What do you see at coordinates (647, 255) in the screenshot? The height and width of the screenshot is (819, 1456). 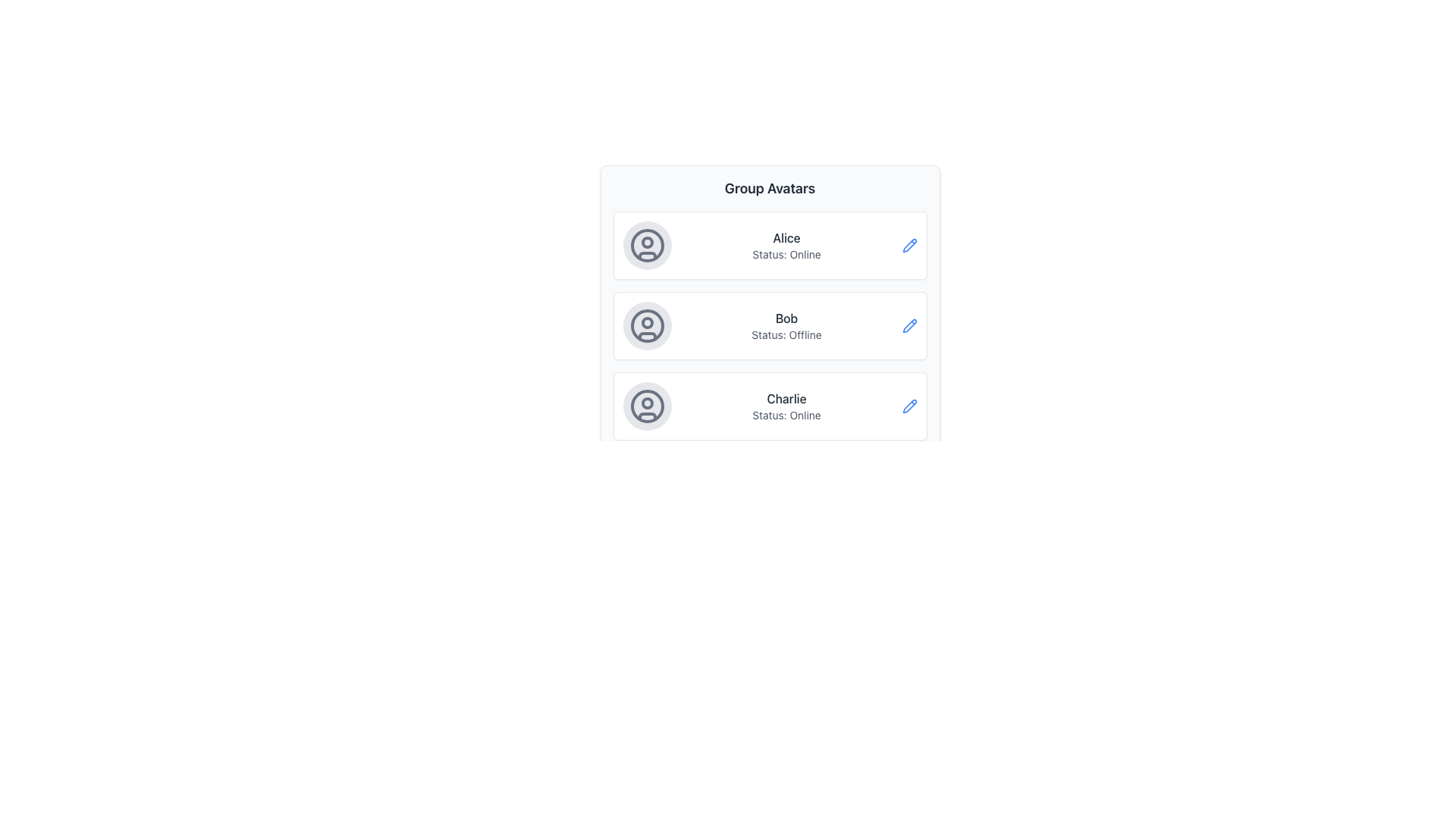 I see `the semi-oval shape representing the lower body of the user avatar for 'Alice' in the 'Group Avatars' list` at bounding box center [647, 255].